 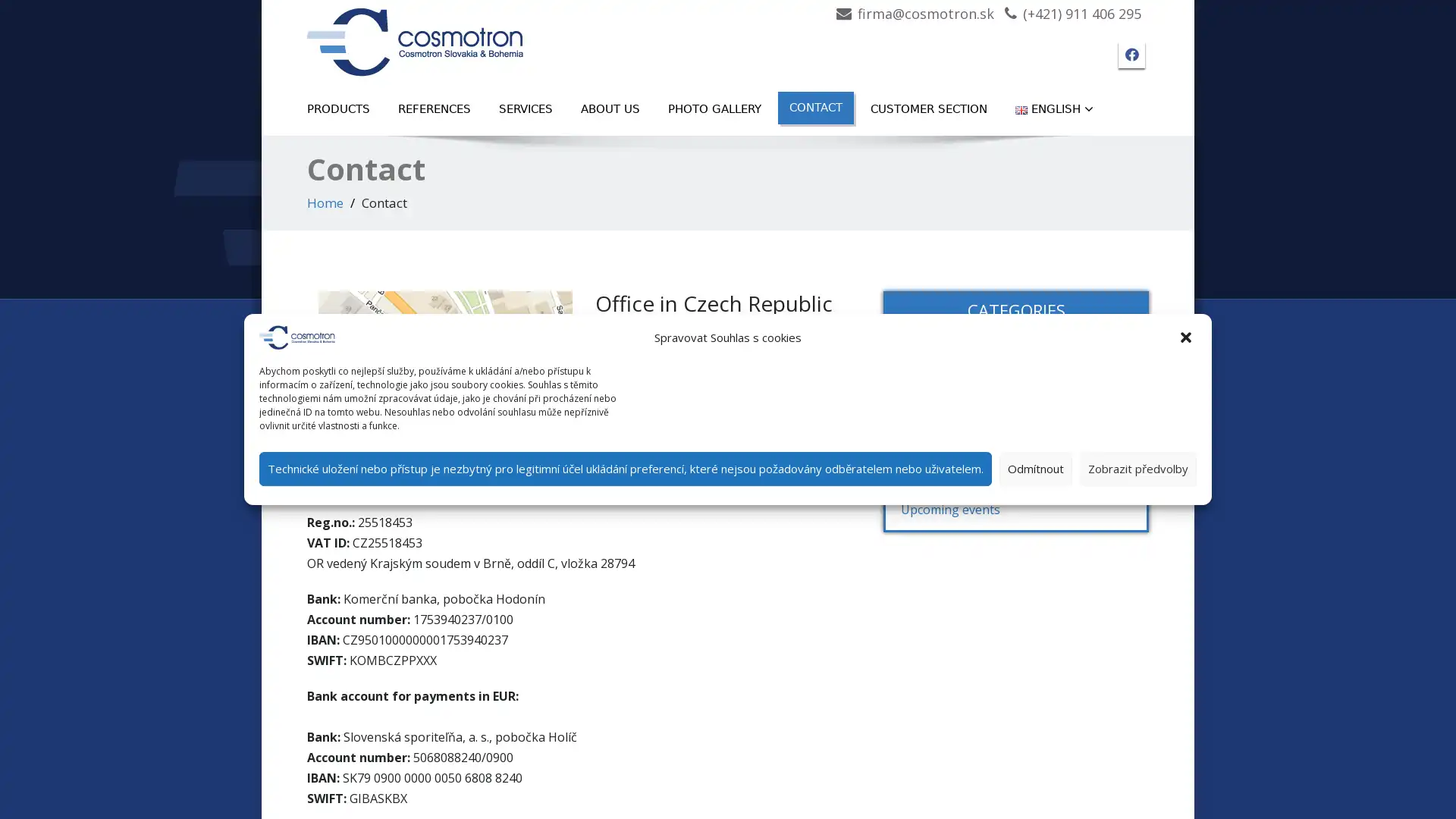 I want to click on Zobrazit predvolby, so click(x=1138, y=467).